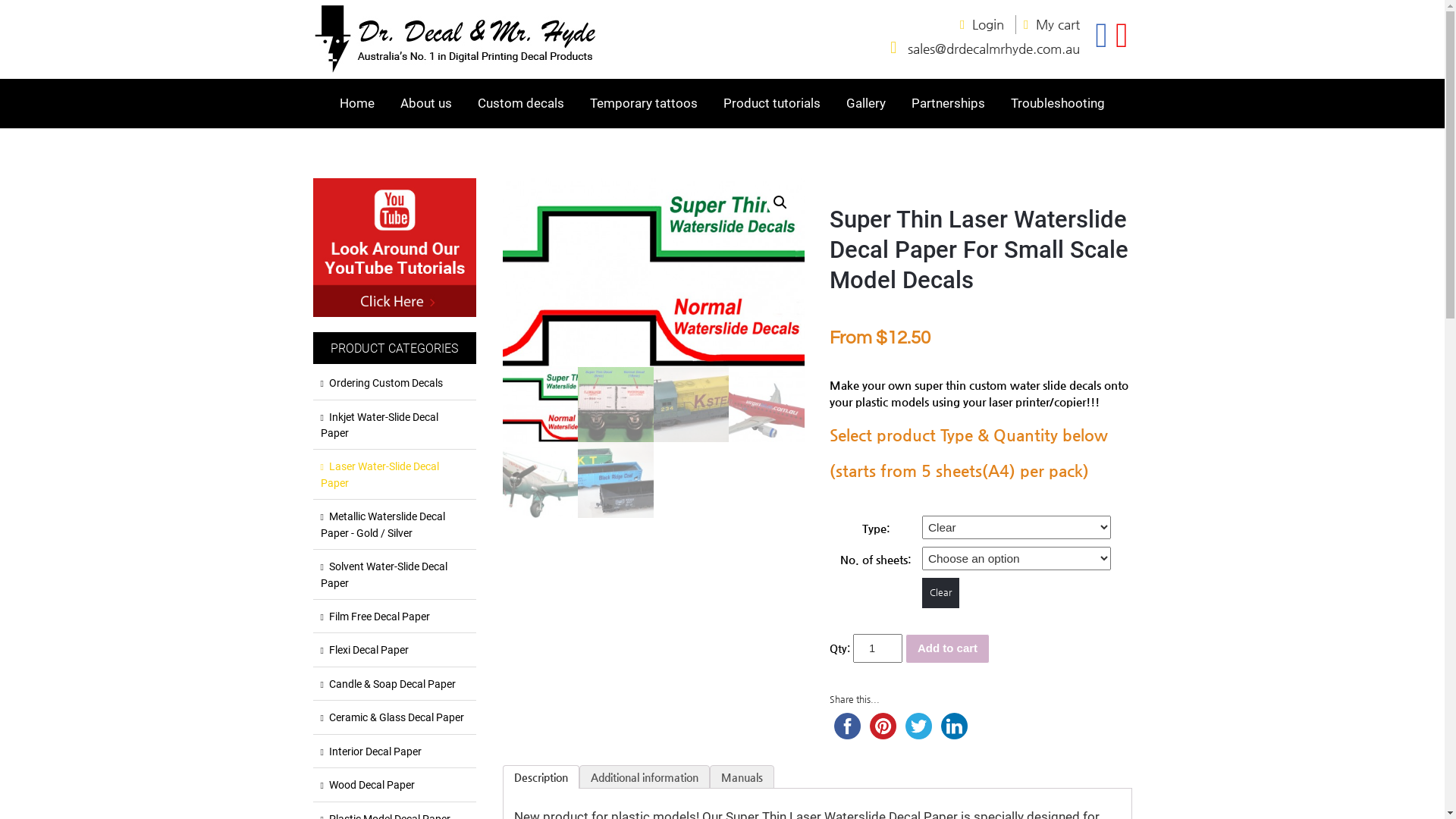  What do you see at coordinates (394, 684) in the screenshot?
I see `'Candle & Soap Decal Paper'` at bounding box center [394, 684].